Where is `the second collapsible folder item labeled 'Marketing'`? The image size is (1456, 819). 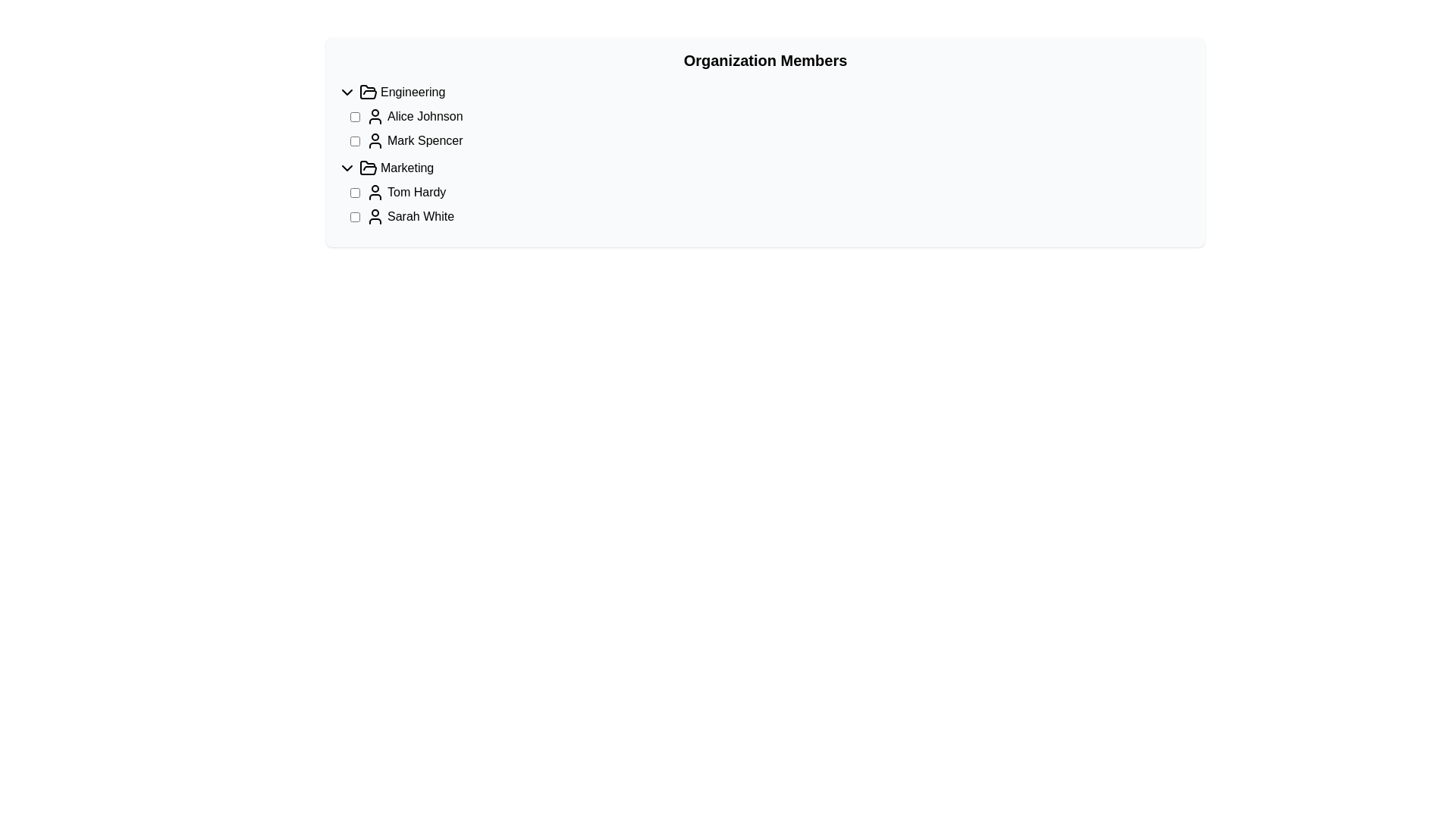
the second collapsible folder item labeled 'Marketing' is located at coordinates (397, 168).